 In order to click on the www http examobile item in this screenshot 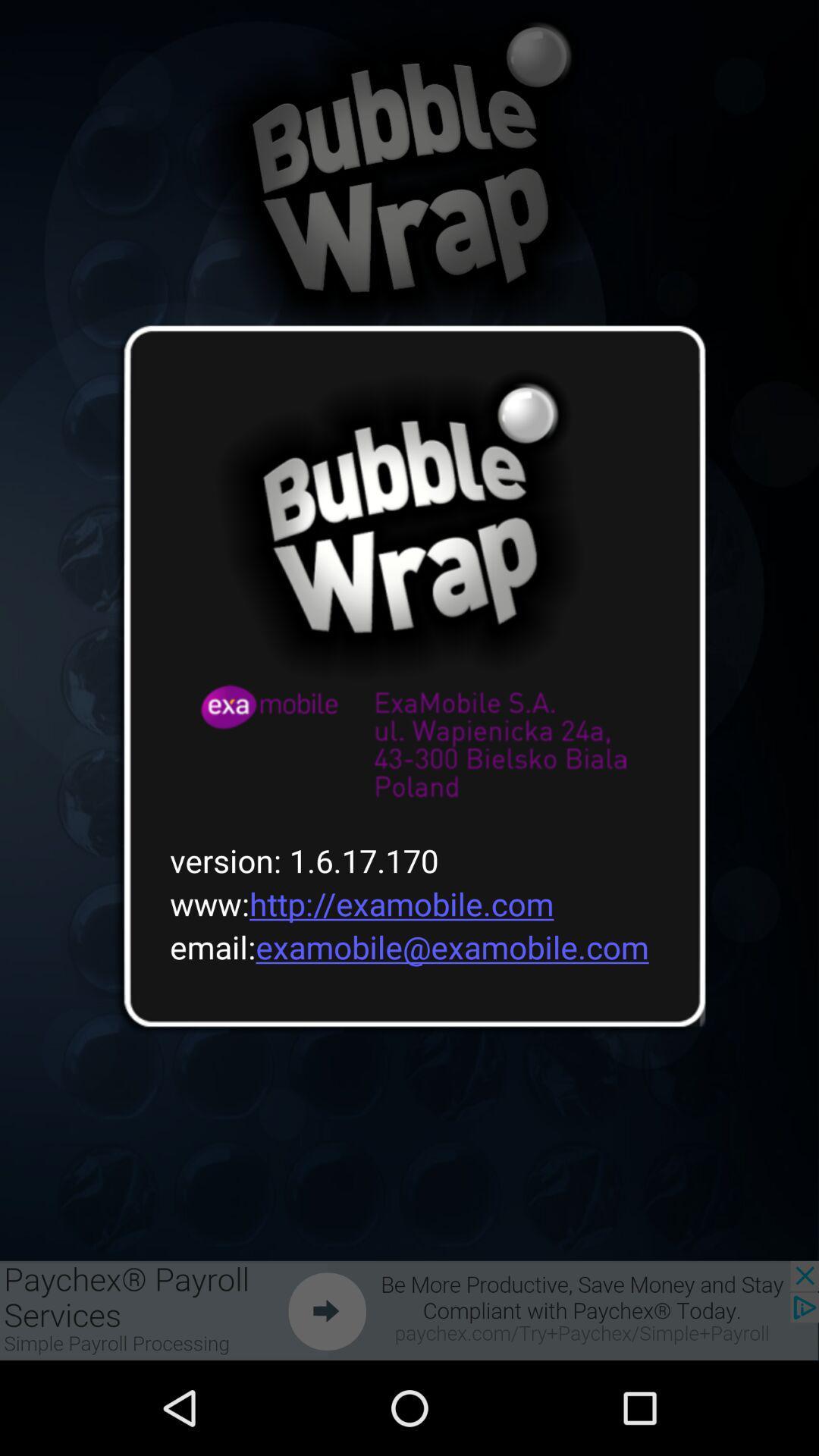, I will do `click(352, 903)`.